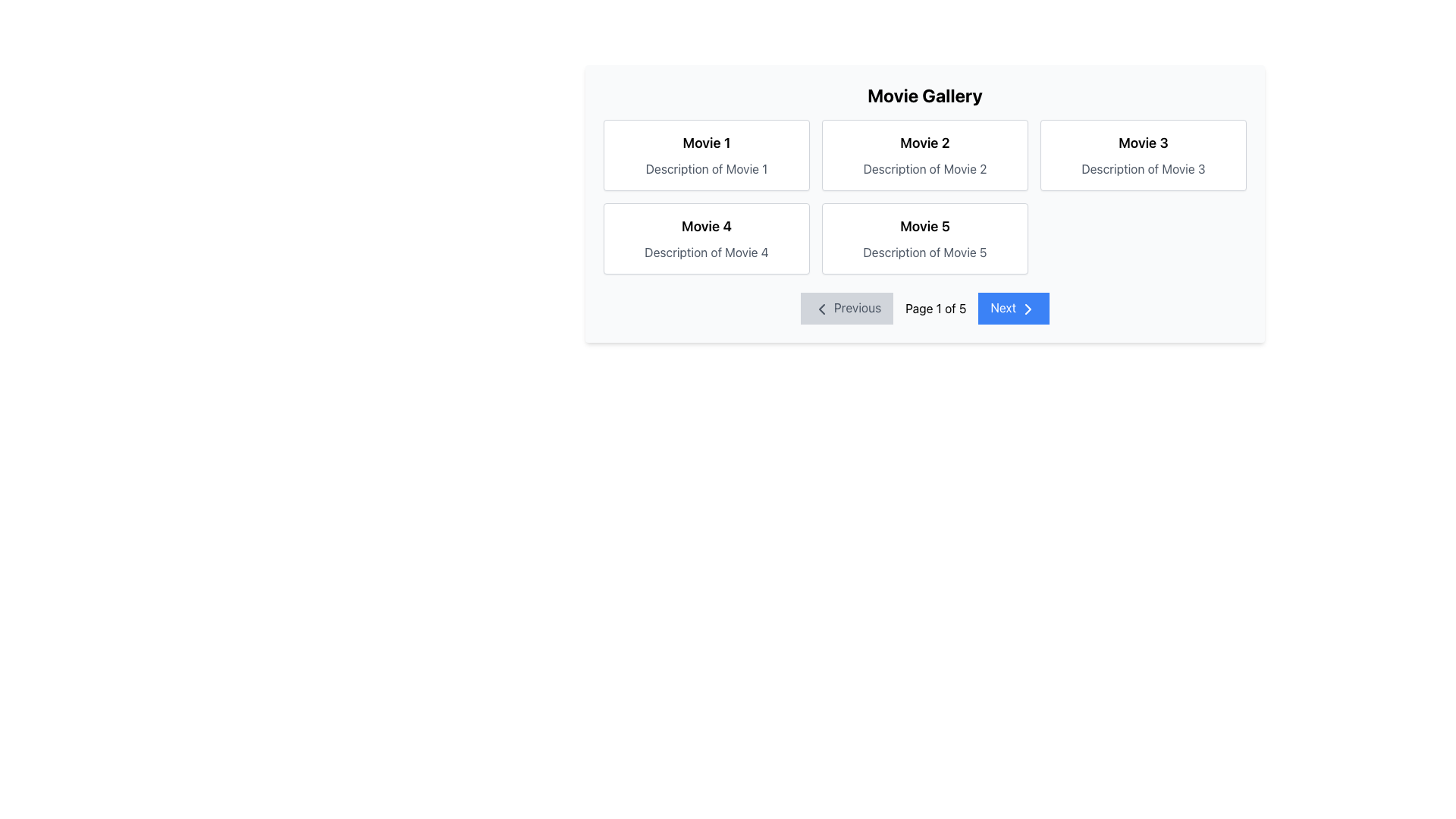 The width and height of the screenshot is (1456, 819). I want to click on the static text label that provides a brief description for 'Movie 1', located in the first card of the grid layout in the upper-left section of the interface, so click(705, 169).